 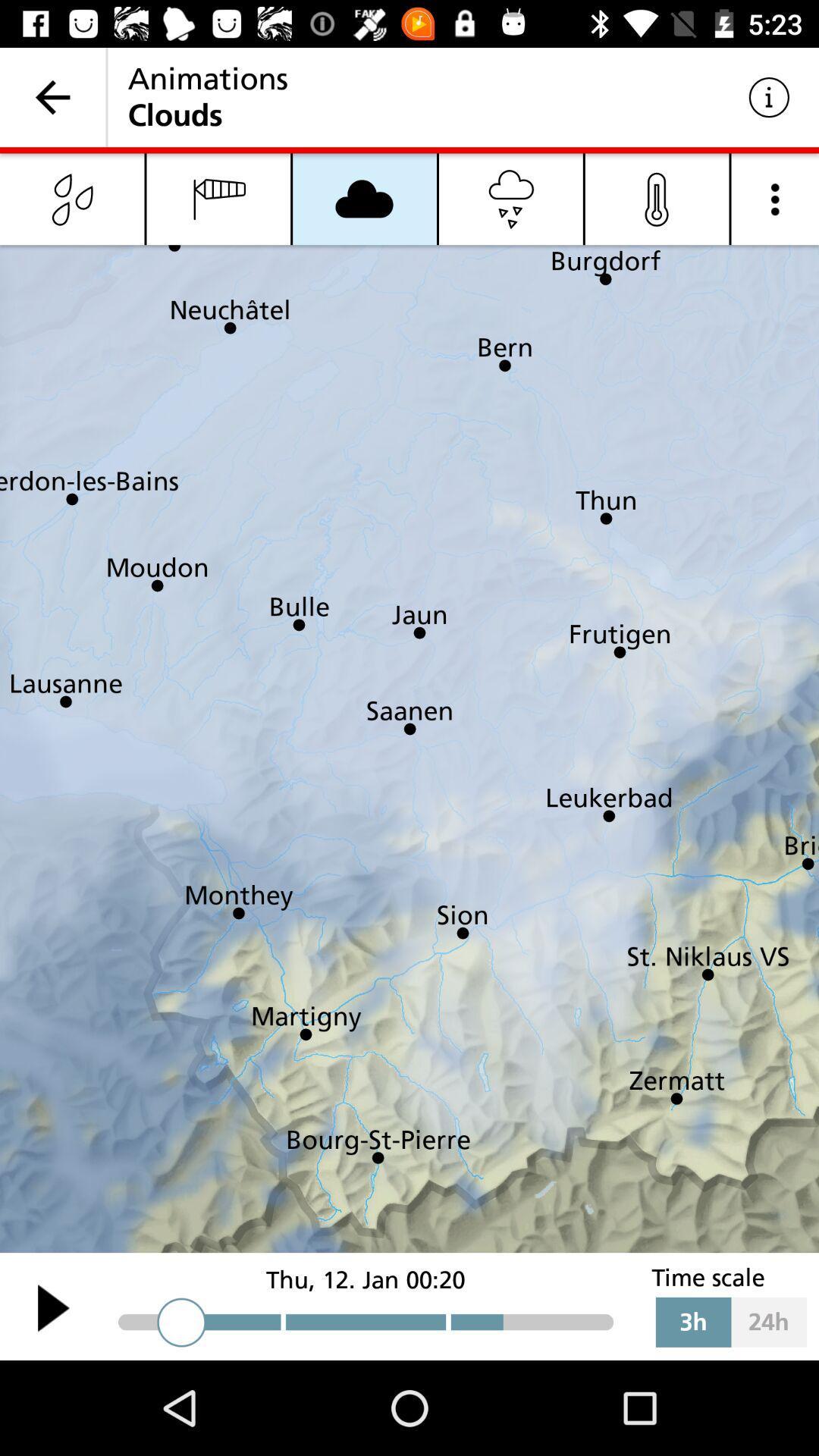 I want to click on more info, so click(x=775, y=198).